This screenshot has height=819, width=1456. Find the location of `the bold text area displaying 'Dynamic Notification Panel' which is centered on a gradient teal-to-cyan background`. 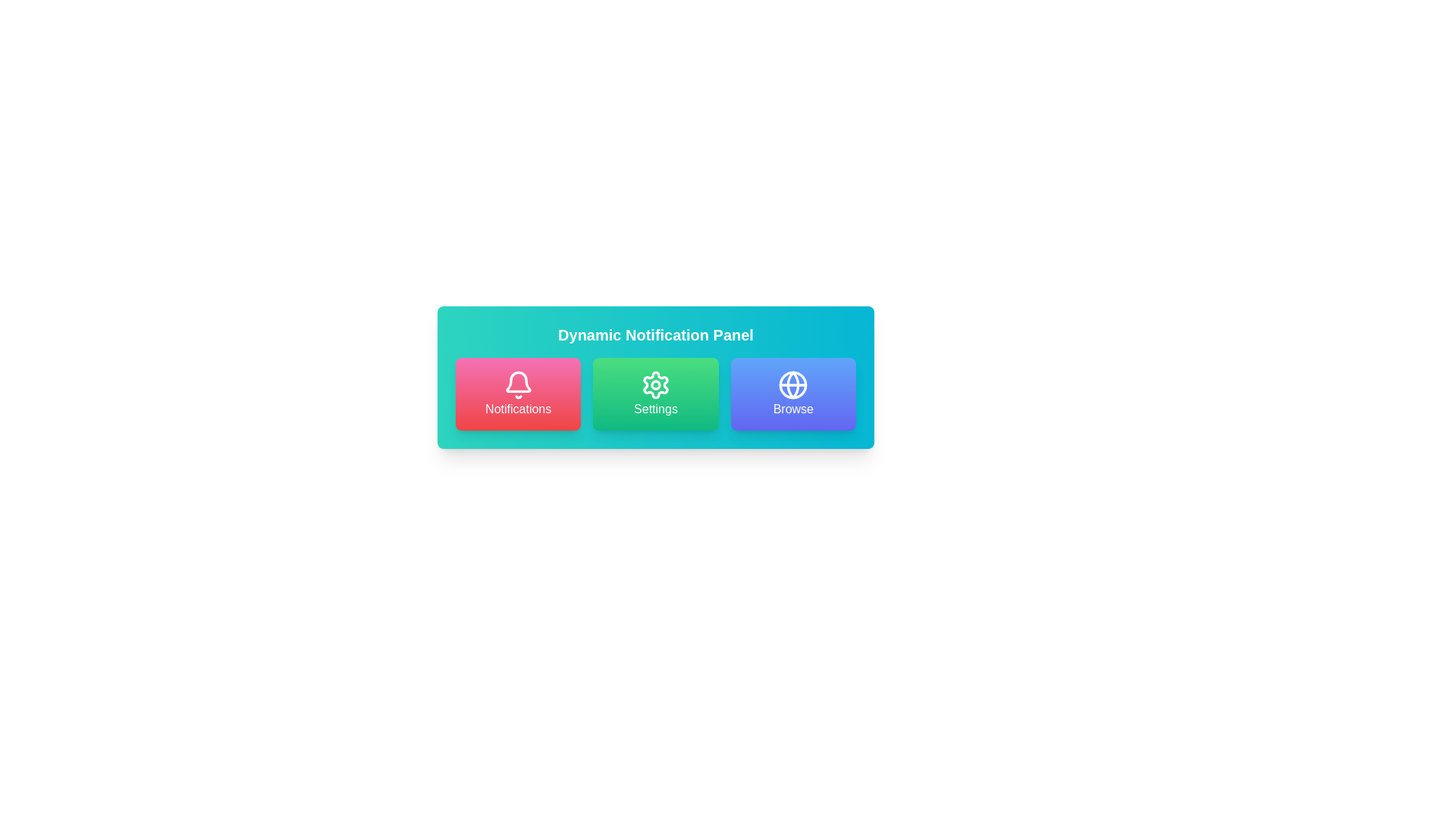

the bold text area displaying 'Dynamic Notification Panel' which is centered on a gradient teal-to-cyan background is located at coordinates (655, 334).